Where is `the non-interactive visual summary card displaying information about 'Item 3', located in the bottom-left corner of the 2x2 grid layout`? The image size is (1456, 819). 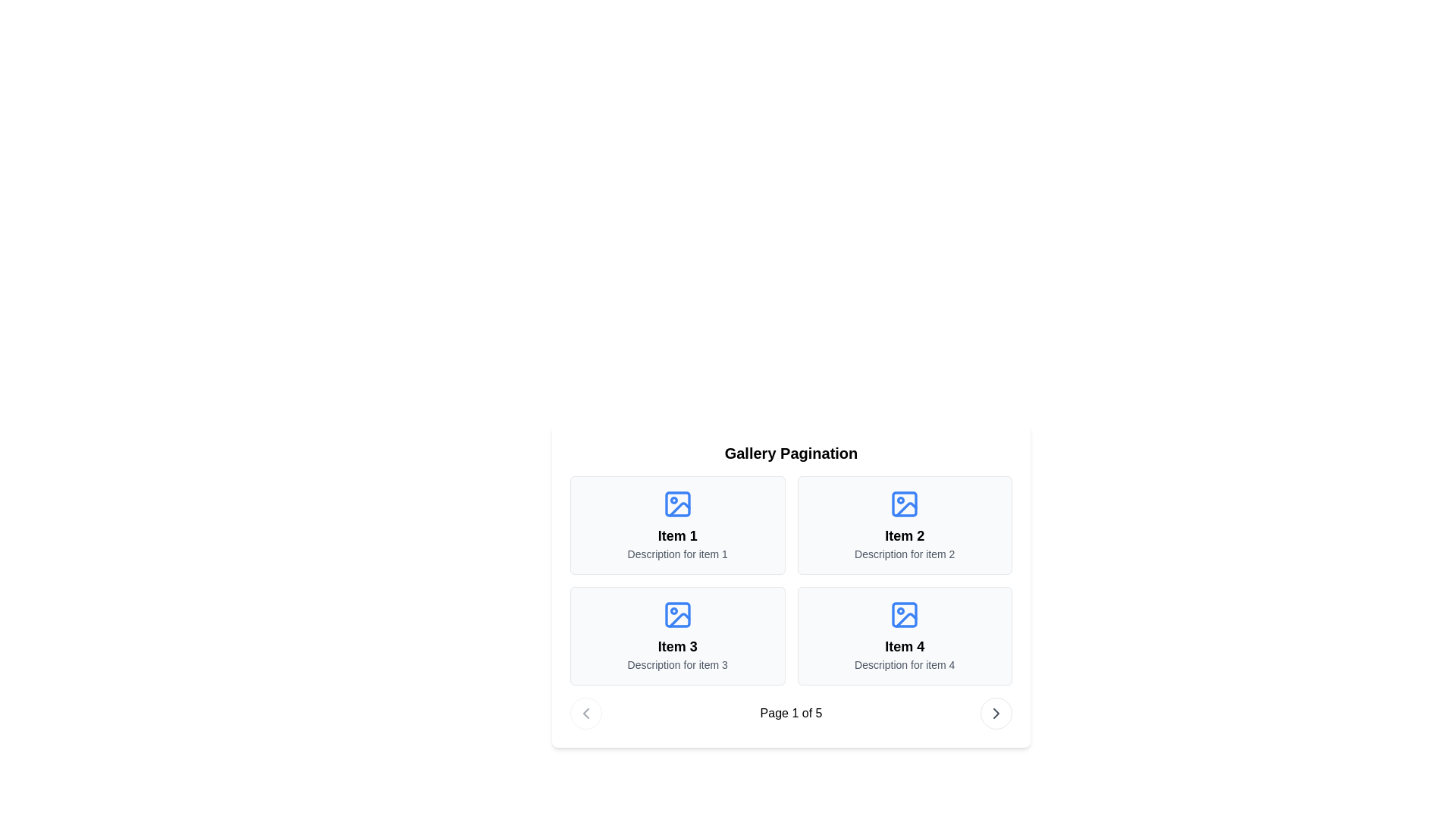
the non-interactive visual summary card displaying information about 'Item 3', located in the bottom-left corner of the 2x2 grid layout is located at coordinates (676, 636).